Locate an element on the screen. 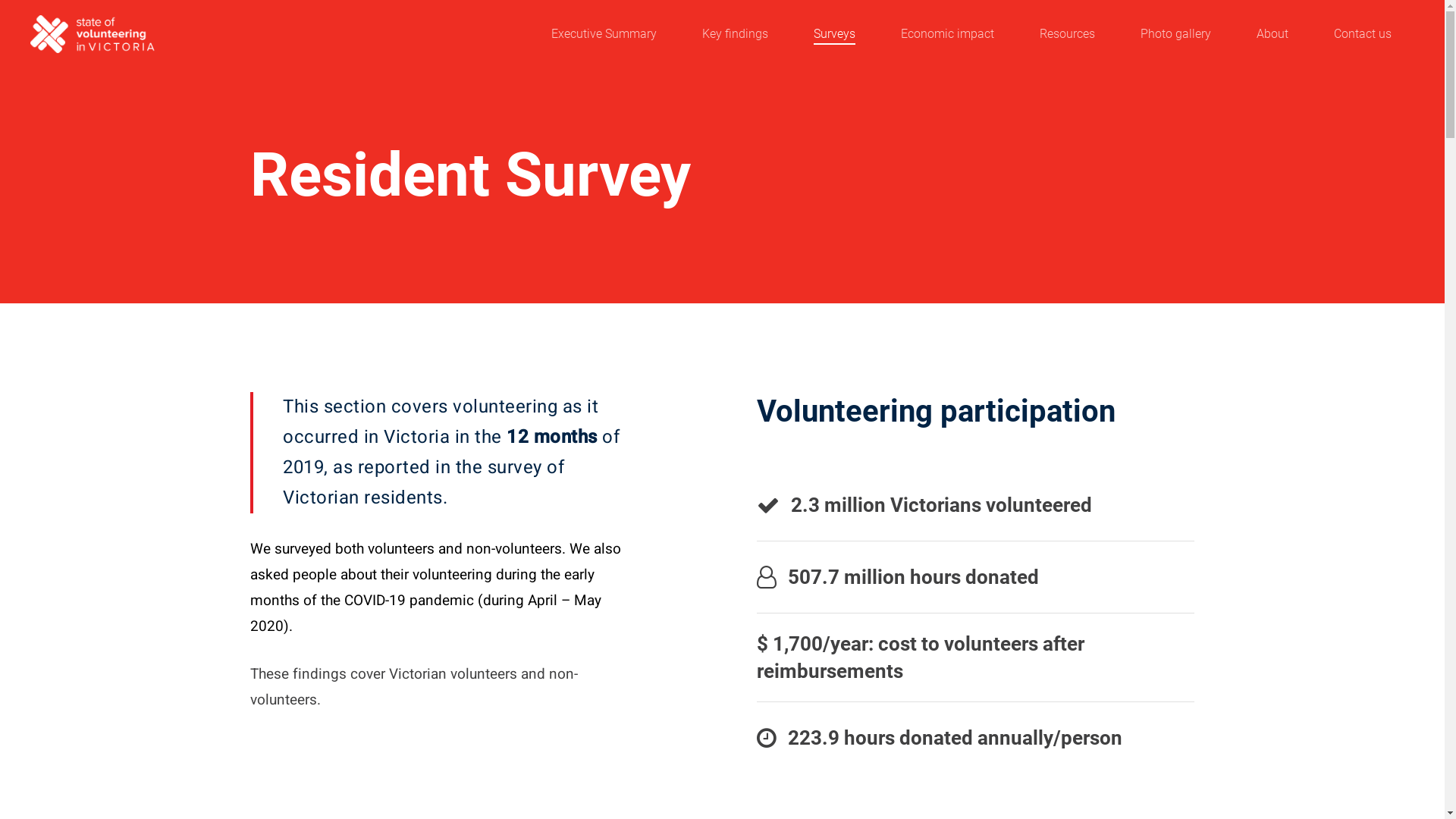  'Economic impact' is located at coordinates (946, 34).